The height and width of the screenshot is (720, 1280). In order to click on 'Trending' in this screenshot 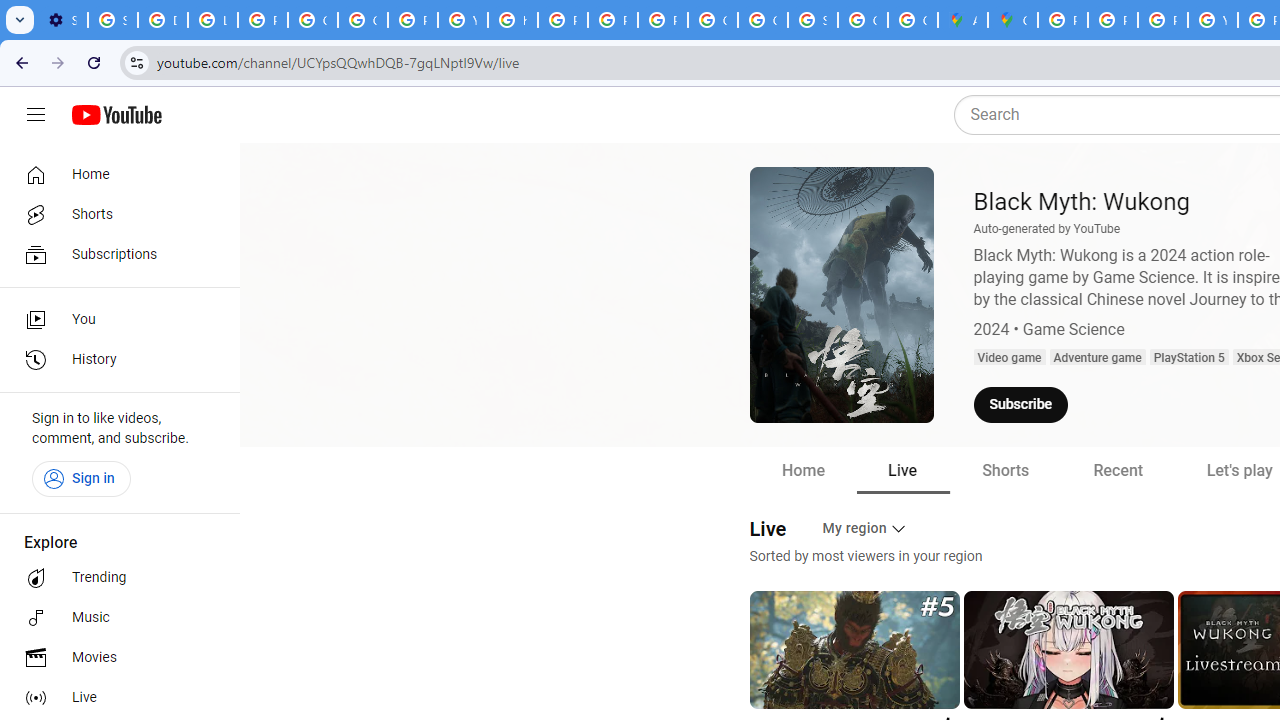, I will do `click(112, 578)`.